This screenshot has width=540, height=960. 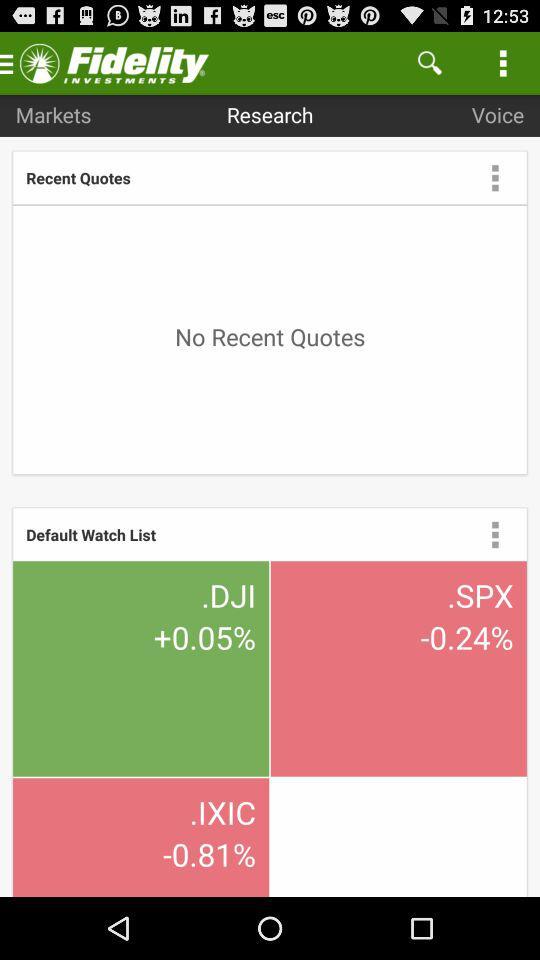 I want to click on item above the recent quotes app, so click(x=53, y=114).